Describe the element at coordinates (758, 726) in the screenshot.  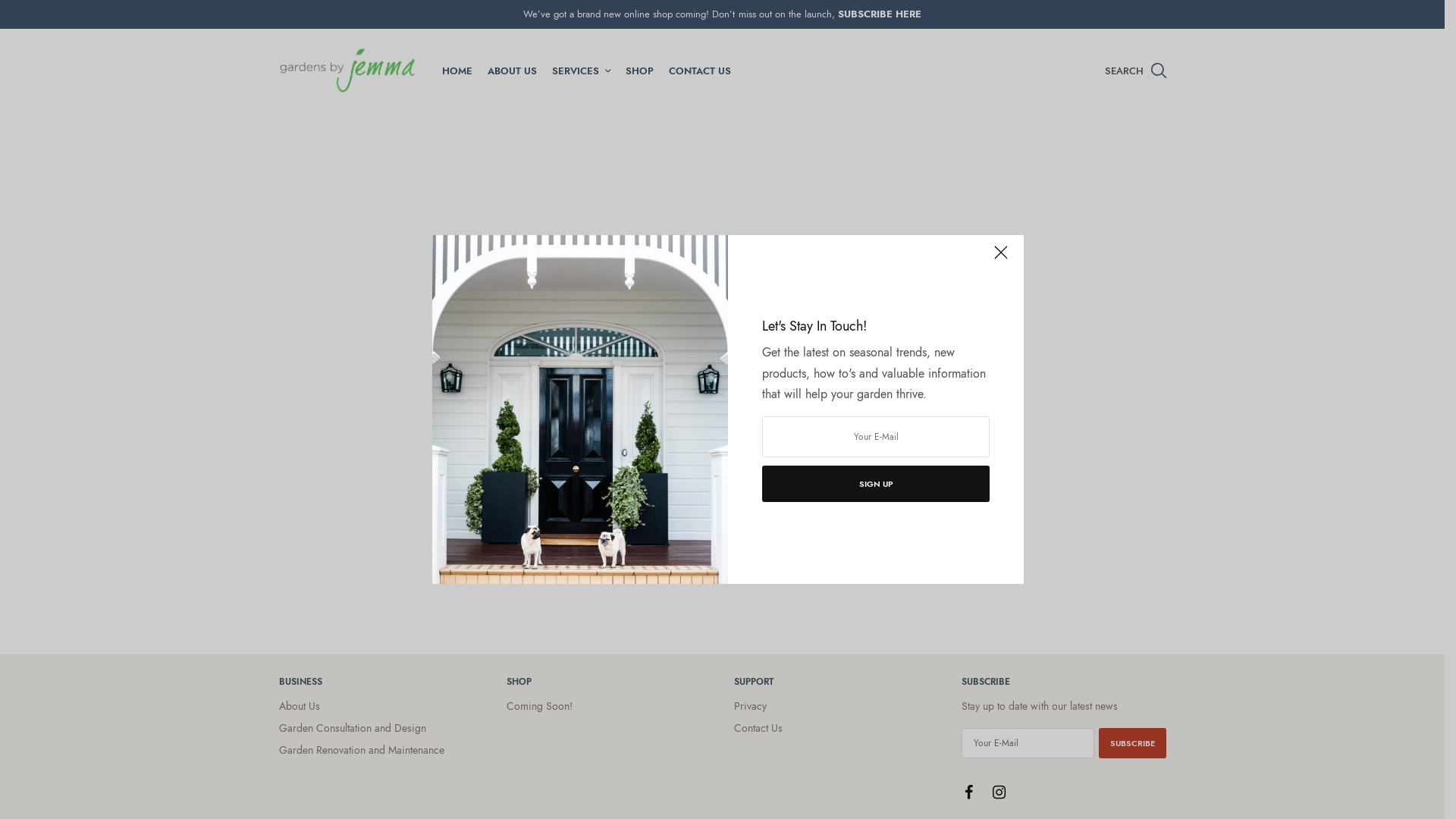
I see `'Contact Us'` at that location.